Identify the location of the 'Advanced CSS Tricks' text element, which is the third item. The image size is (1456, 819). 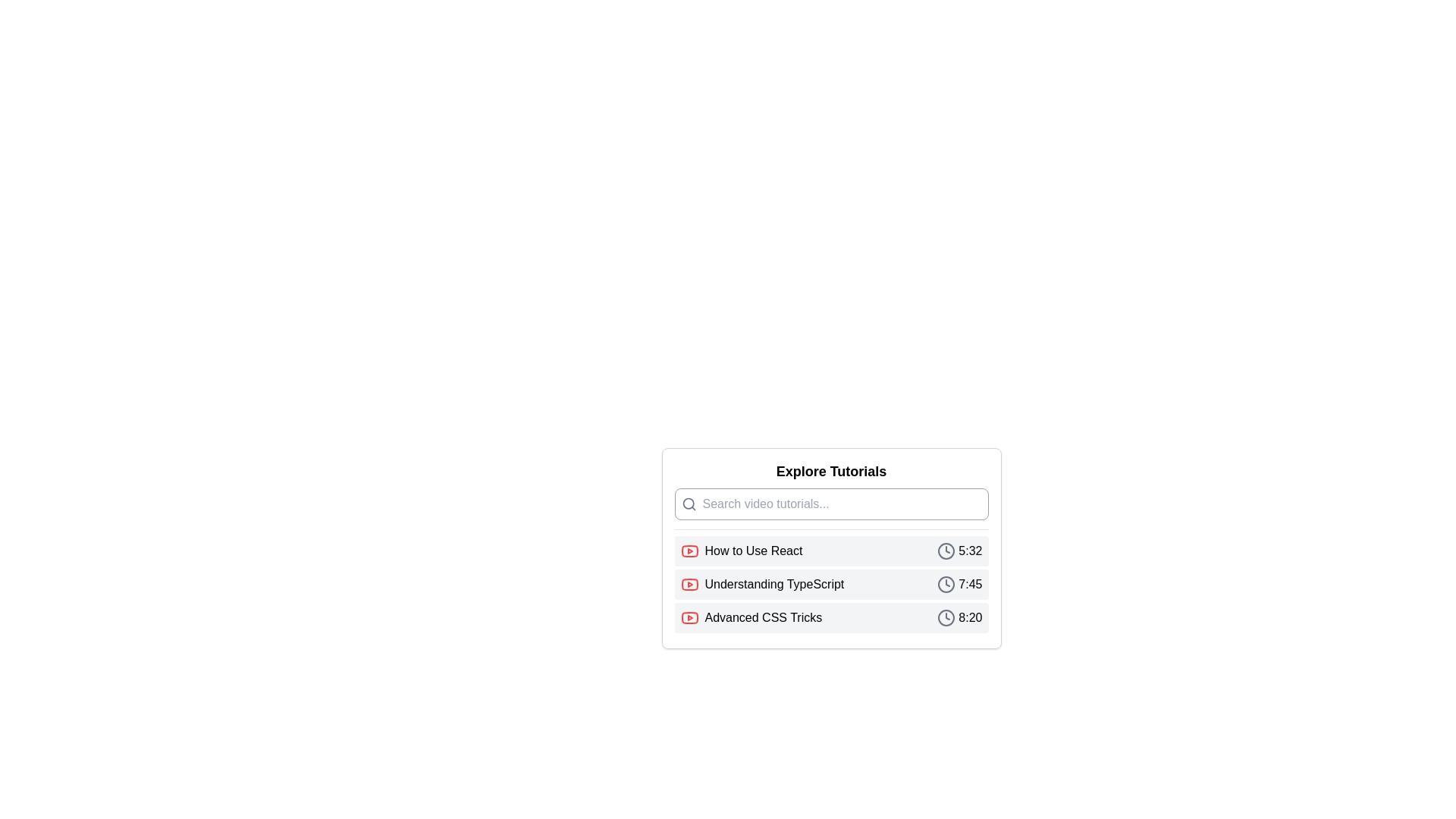
(763, 617).